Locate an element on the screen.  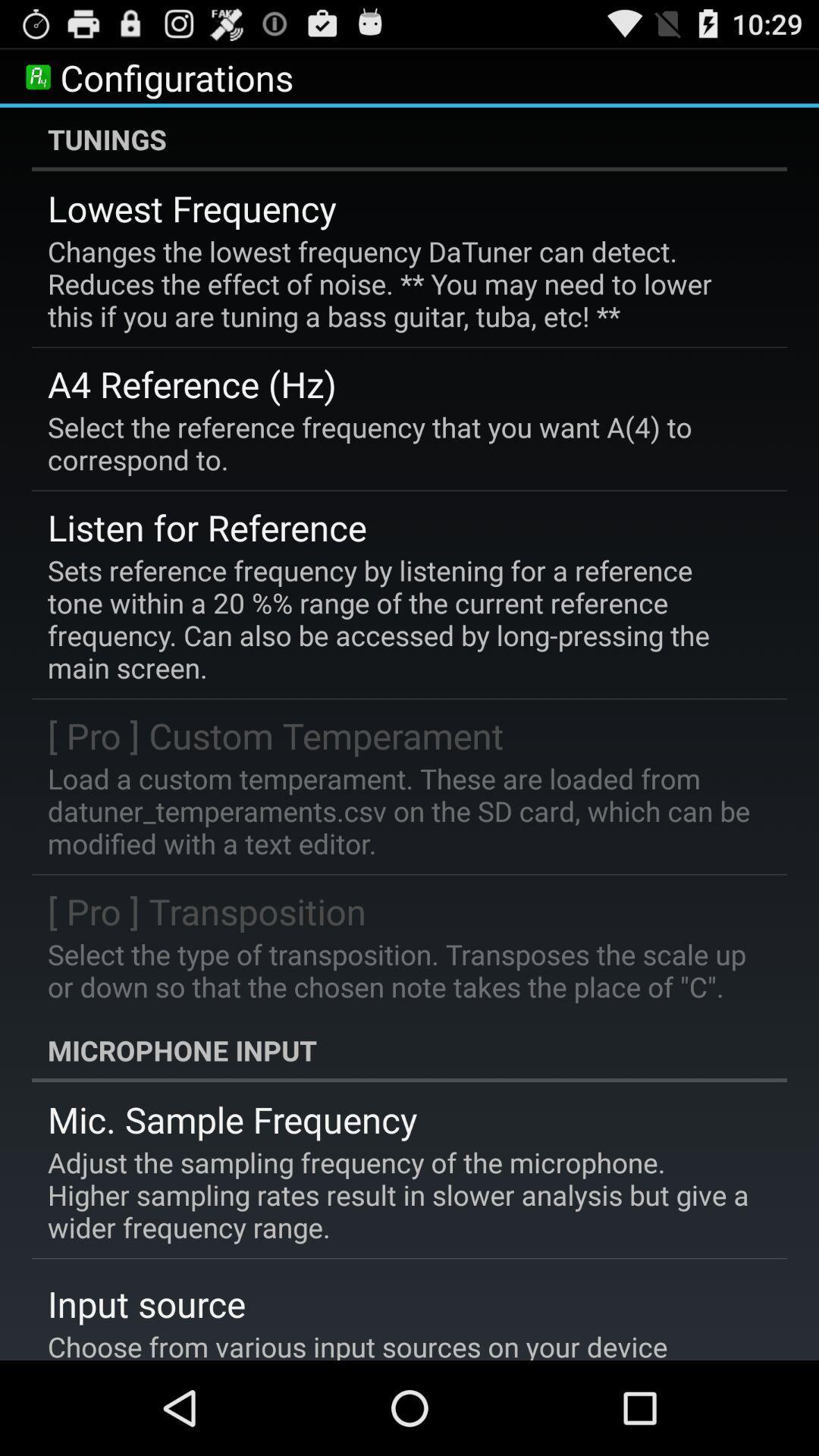
the icon above the adjust the sampling app is located at coordinates (232, 1119).